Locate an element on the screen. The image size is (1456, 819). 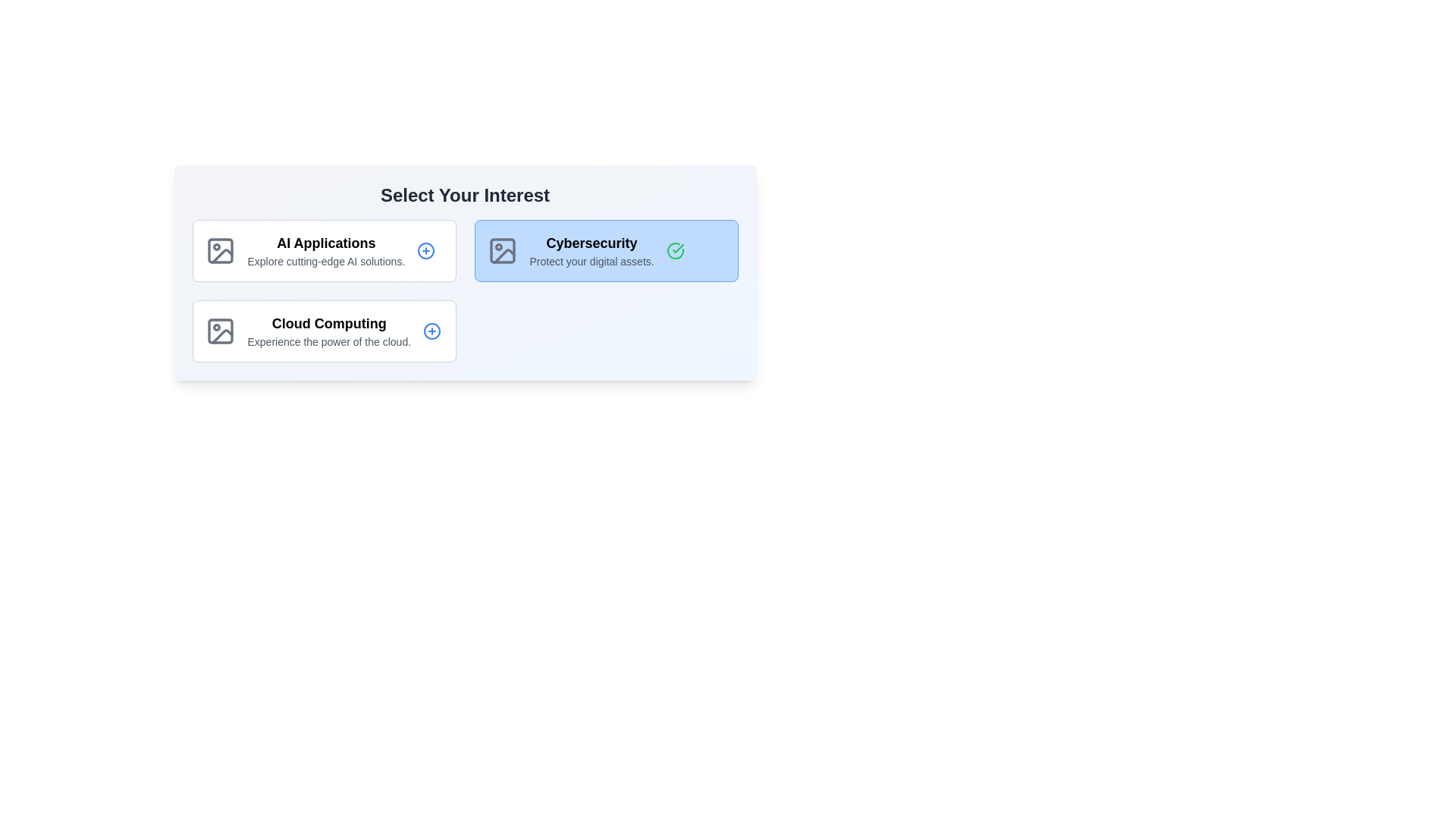
the card titled AI Applications is located at coordinates (323, 250).